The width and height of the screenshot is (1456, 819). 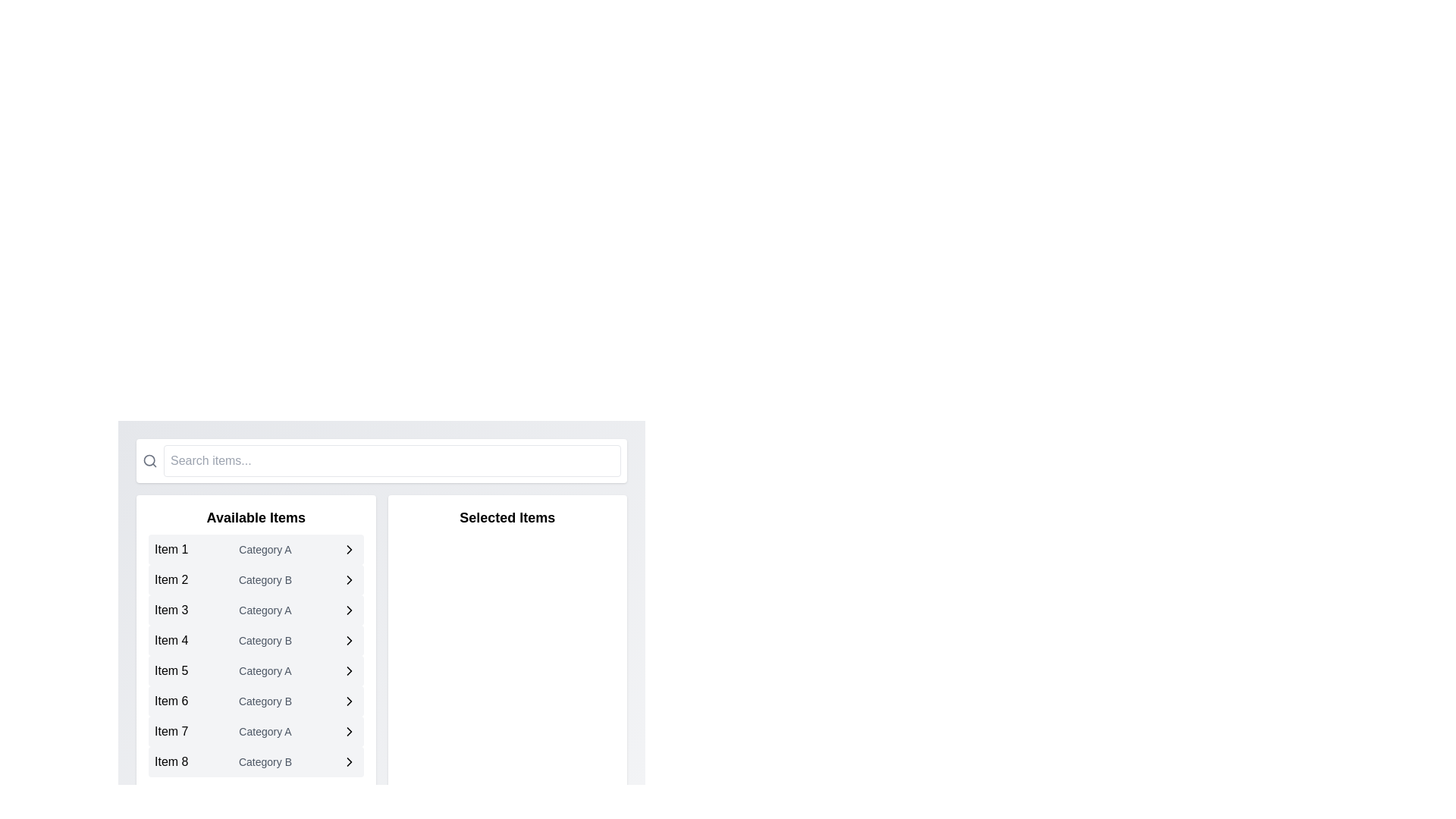 What do you see at coordinates (349, 550) in the screenshot?
I see `the right-facing chevron icon element located in the 'Available Items' column next to 'Category A' under 'Item 1'` at bounding box center [349, 550].